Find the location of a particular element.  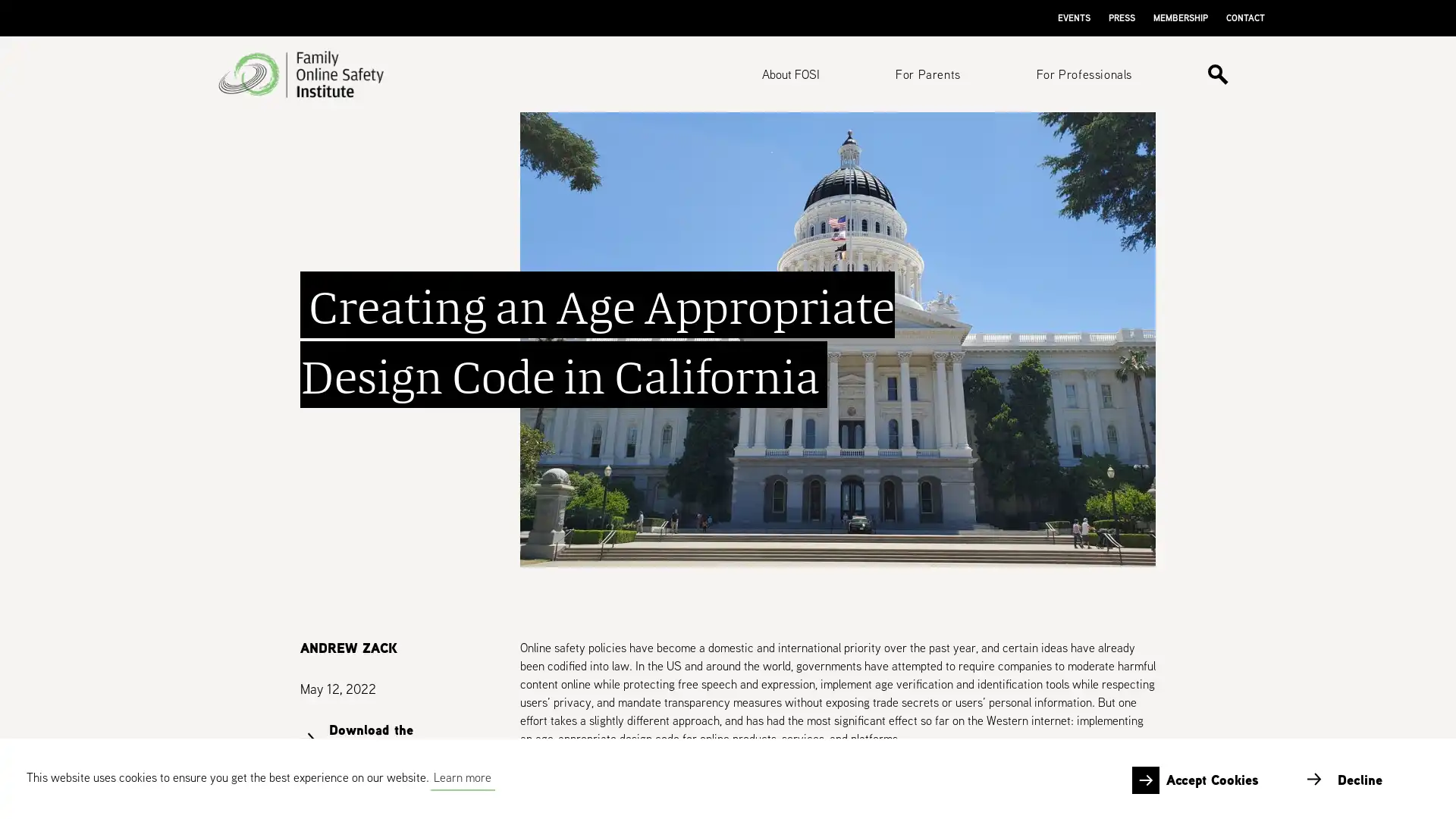

allow cookies is located at coordinates (1194, 778).